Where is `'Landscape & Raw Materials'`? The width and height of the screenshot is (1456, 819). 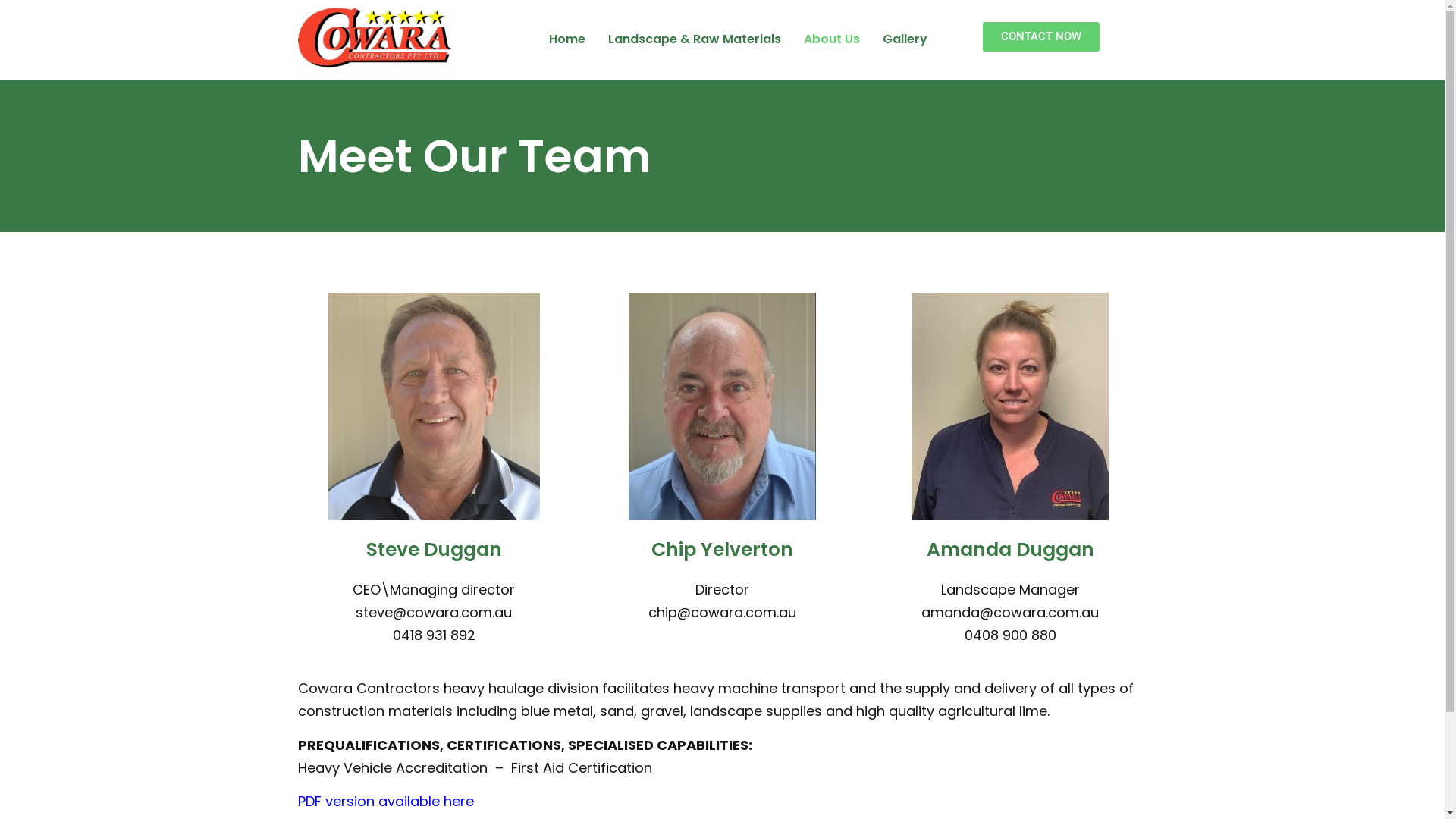 'Landscape & Raw Materials' is located at coordinates (694, 38).